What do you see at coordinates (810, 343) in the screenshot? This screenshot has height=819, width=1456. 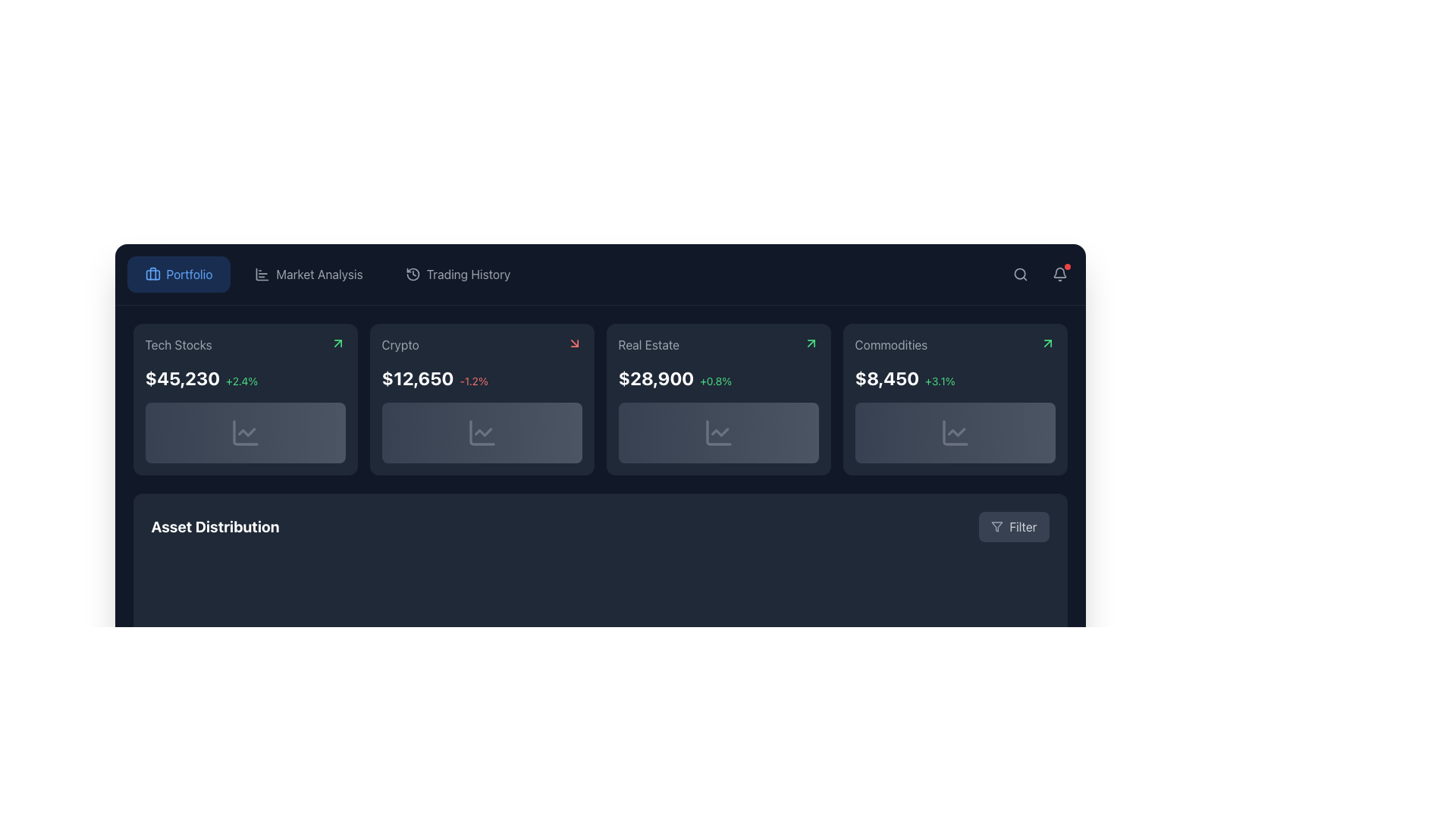 I see `the upward arrow icon located in the top-right corner of the 'Real Estate' card, which indicates performance improvement for the asset` at bounding box center [810, 343].